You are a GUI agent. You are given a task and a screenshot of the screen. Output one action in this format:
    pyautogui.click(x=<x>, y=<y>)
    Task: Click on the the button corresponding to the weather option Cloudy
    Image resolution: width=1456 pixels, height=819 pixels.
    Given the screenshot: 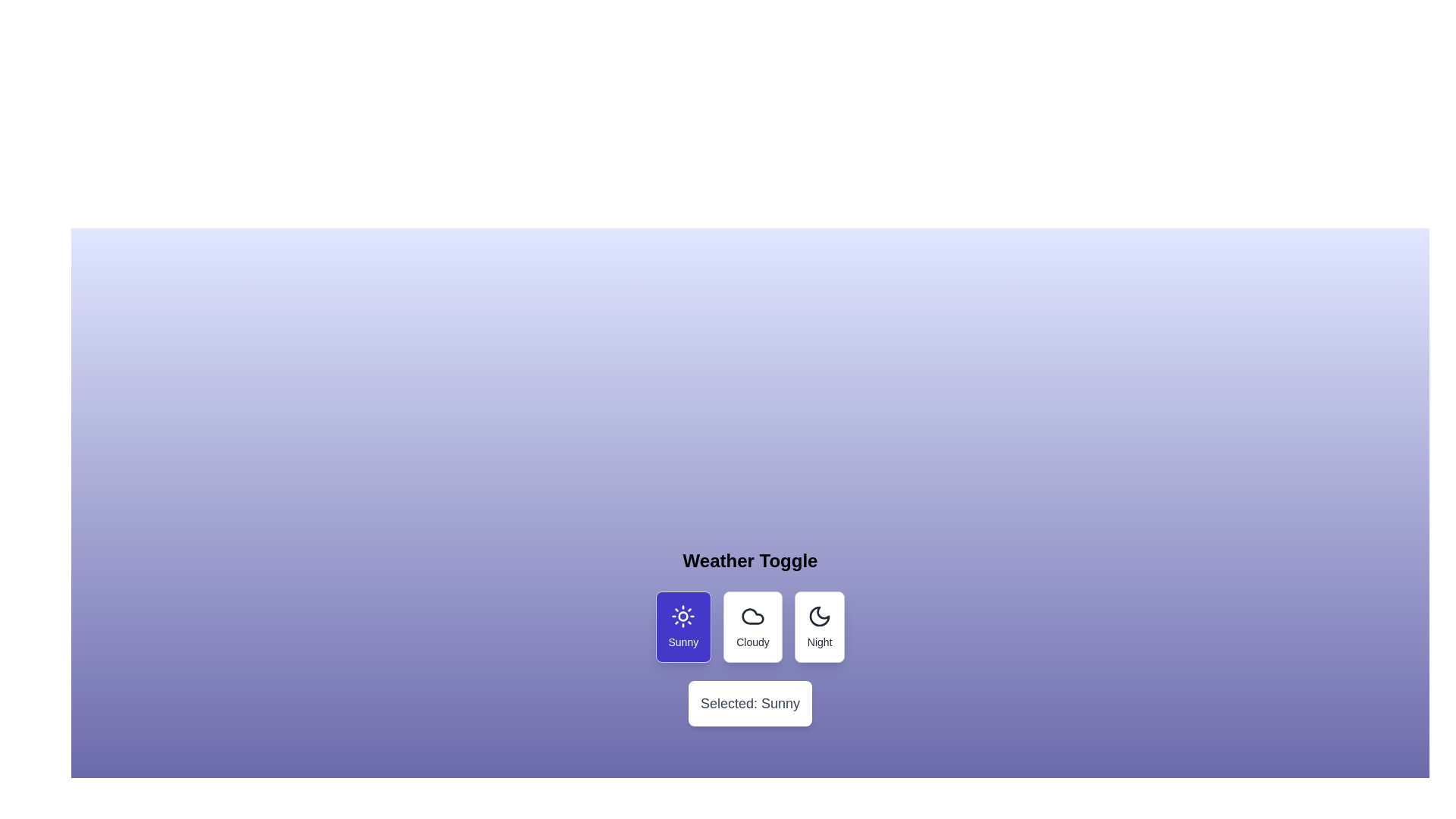 What is the action you would take?
    pyautogui.click(x=753, y=626)
    